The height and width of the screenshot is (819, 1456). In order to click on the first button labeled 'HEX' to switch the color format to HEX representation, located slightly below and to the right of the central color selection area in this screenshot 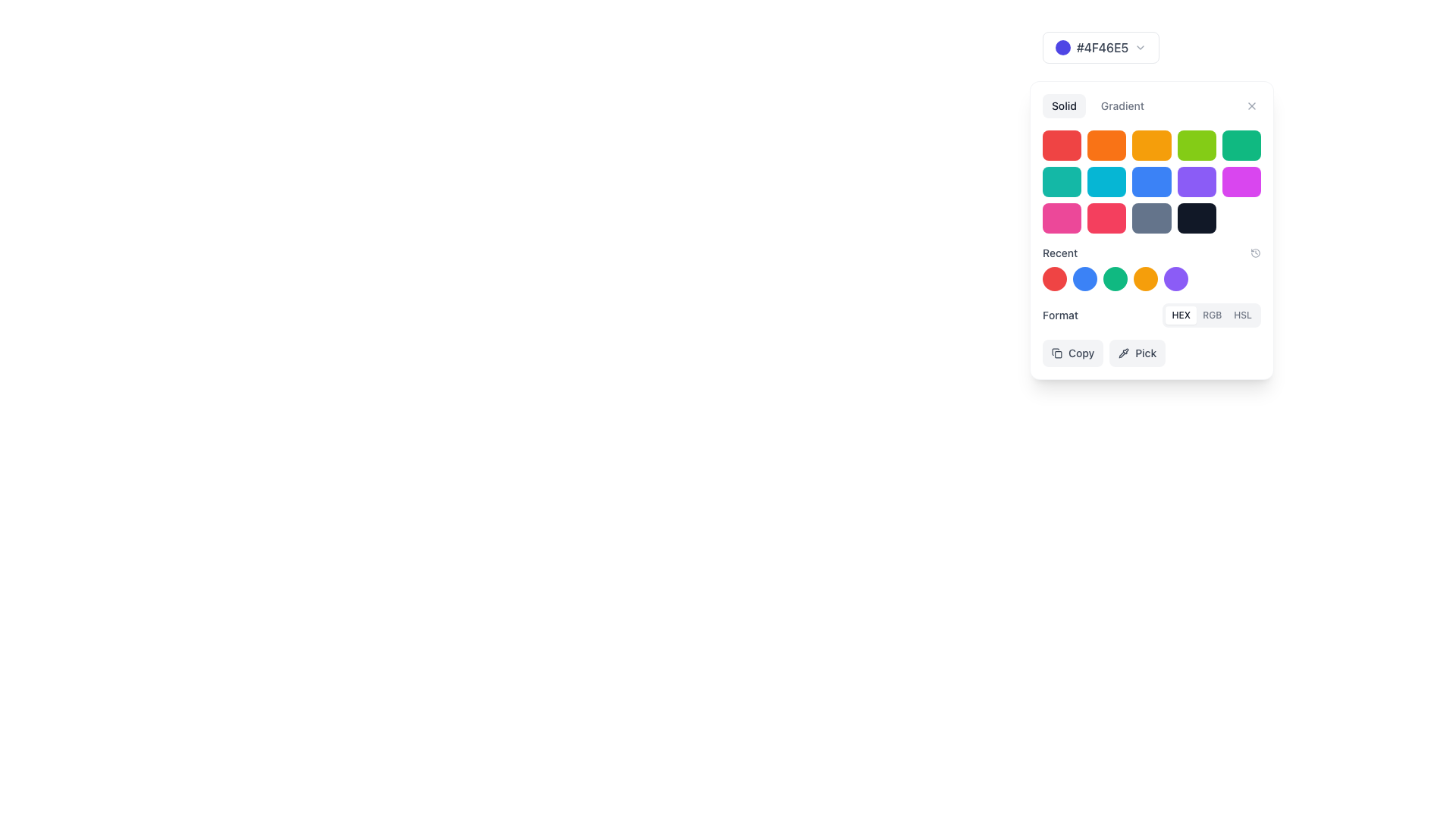, I will do `click(1180, 315)`.